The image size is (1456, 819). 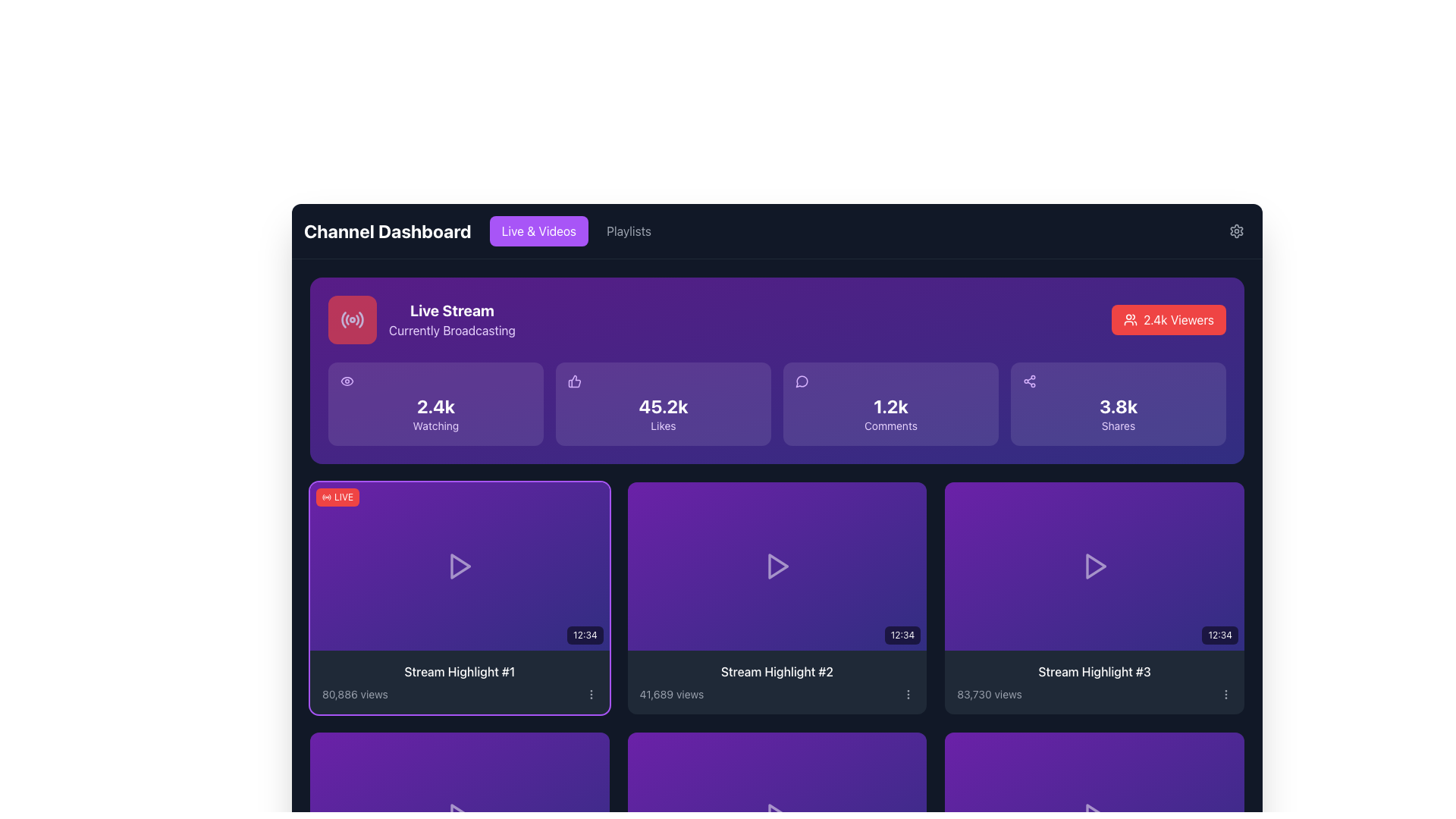 What do you see at coordinates (459, 671) in the screenshot?
I see `title text label associated with the first video highlight, which is located in the lower portion of a card with a purple background` at bounding box center [459, 671].